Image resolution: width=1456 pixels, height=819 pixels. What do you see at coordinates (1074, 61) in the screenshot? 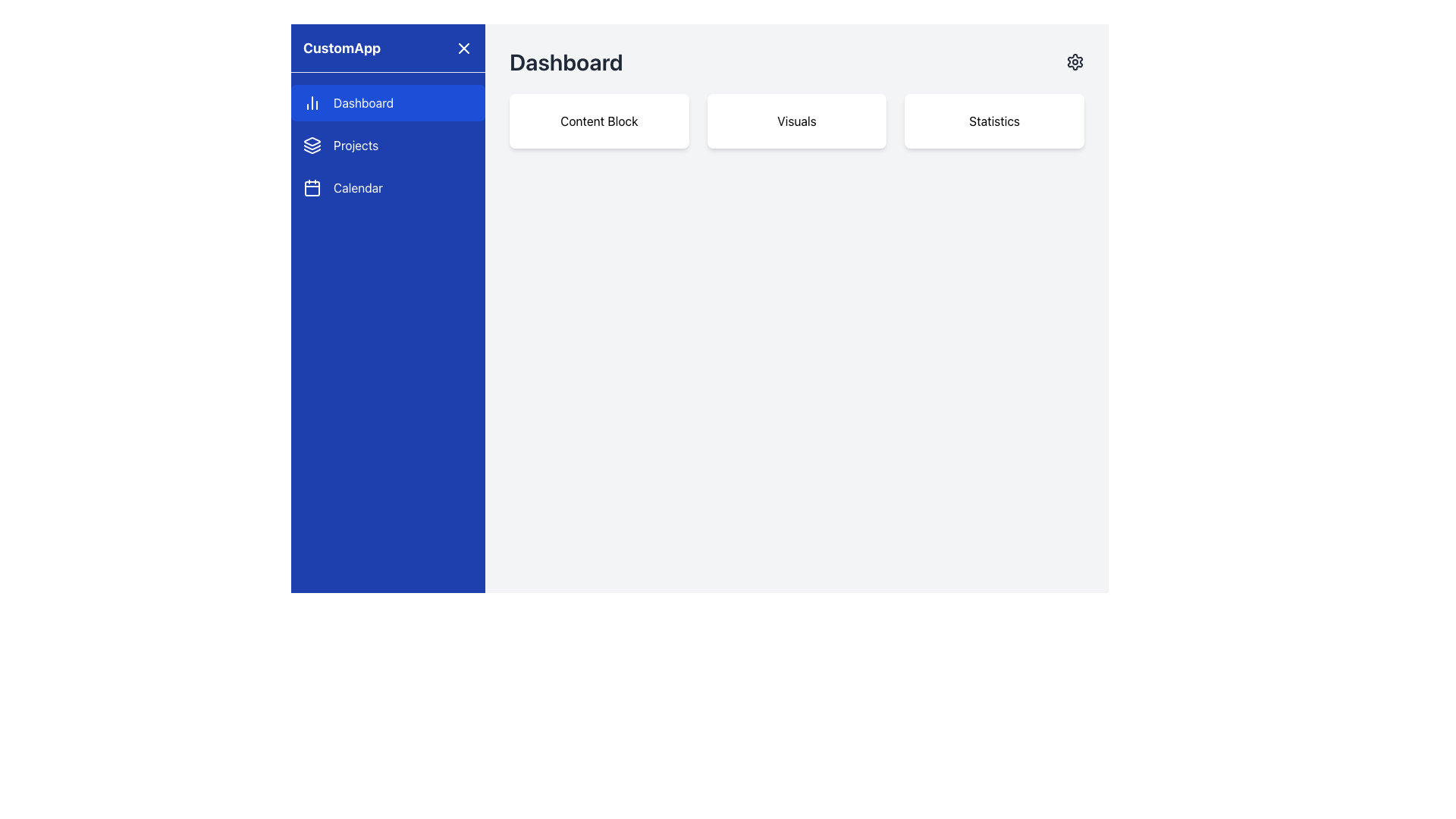
I see `the settings icon located at the top-right corner of the layout, within the header section, to select it` at bounding box center [1074, 61].